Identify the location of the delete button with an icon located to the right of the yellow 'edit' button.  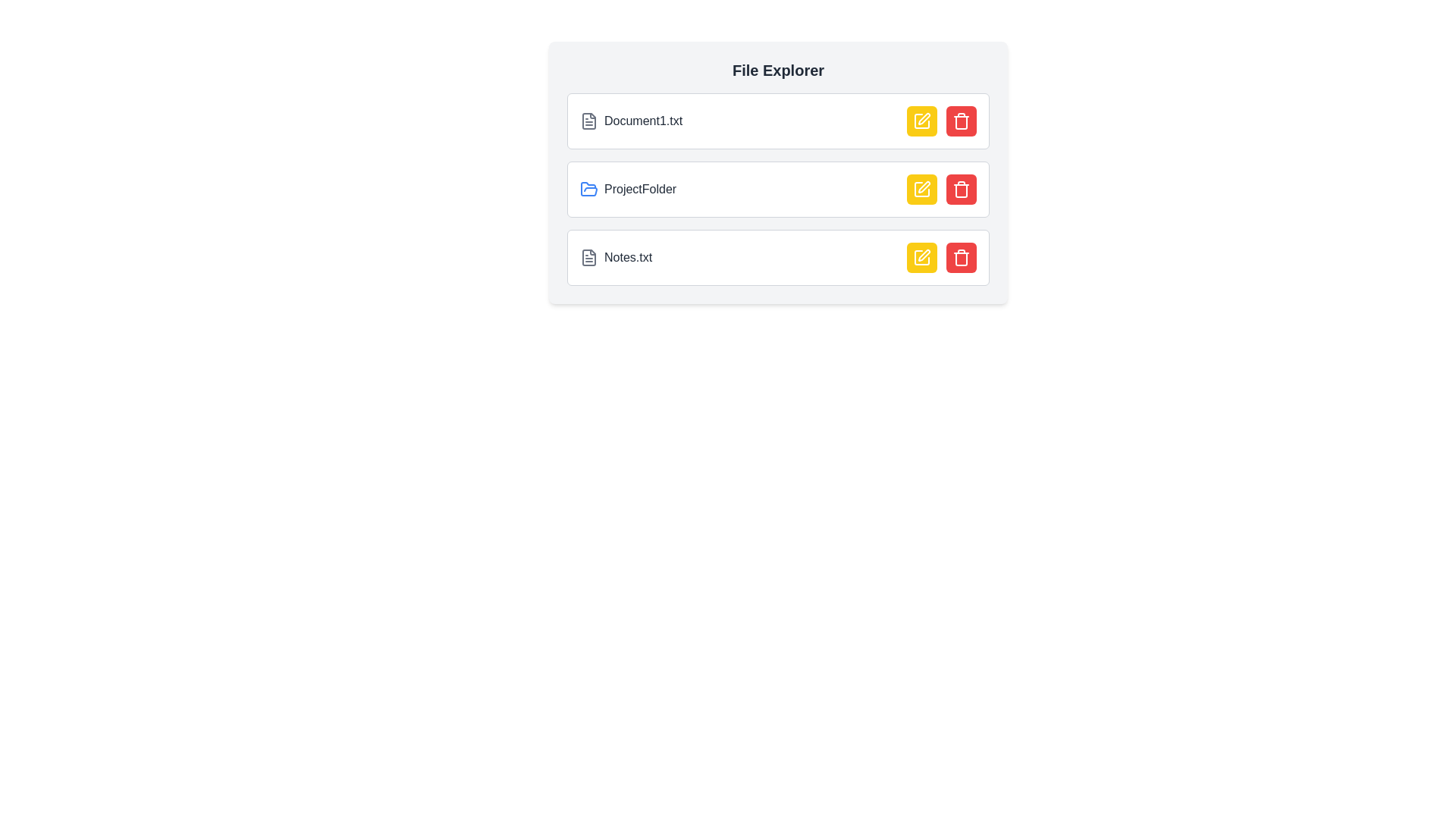
(960, 256).